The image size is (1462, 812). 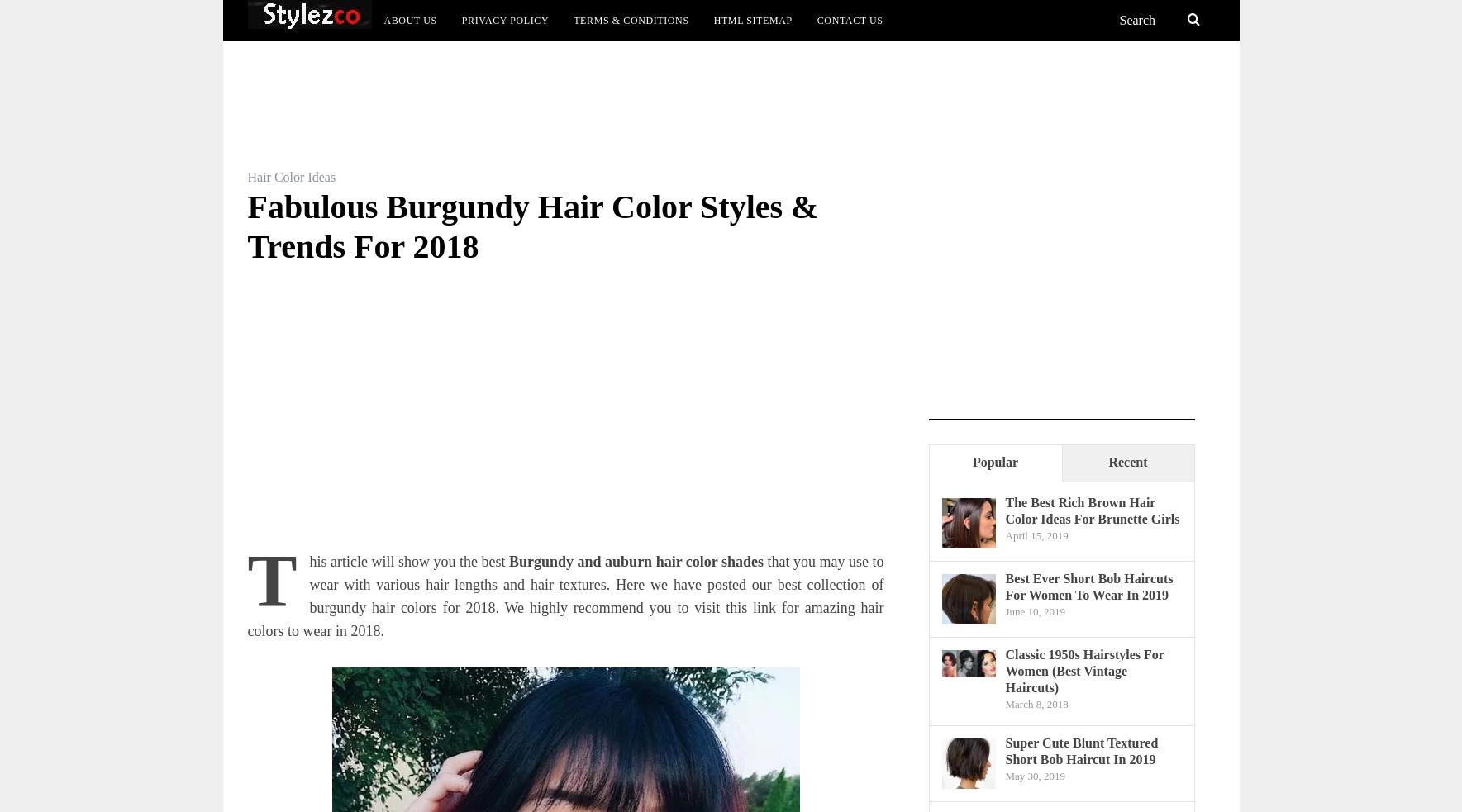 I want to click on 'Contact Us', so click(x=849, y=19).